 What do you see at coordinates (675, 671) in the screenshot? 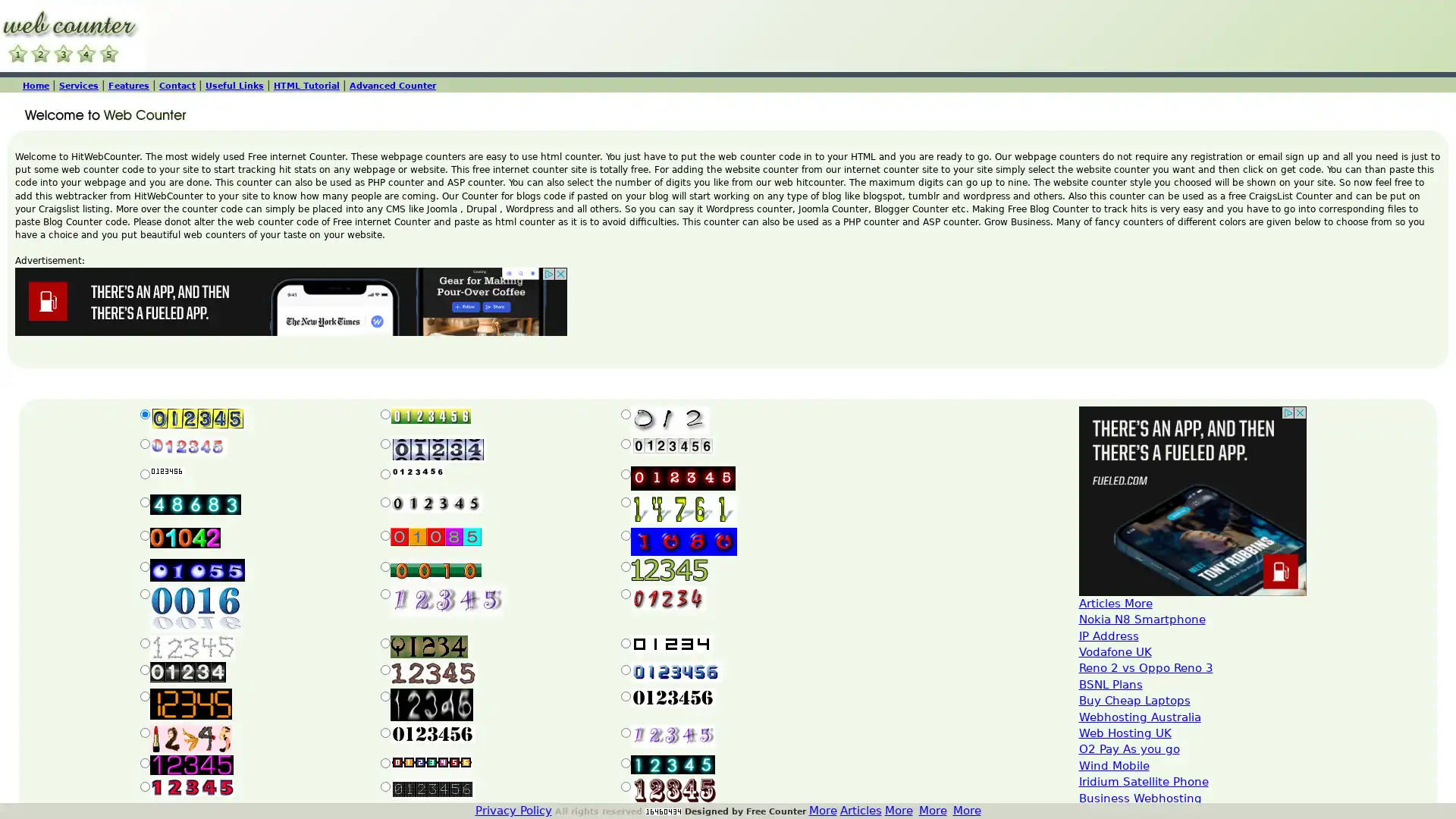
I see `Submit` at bounding box center [675, 671].